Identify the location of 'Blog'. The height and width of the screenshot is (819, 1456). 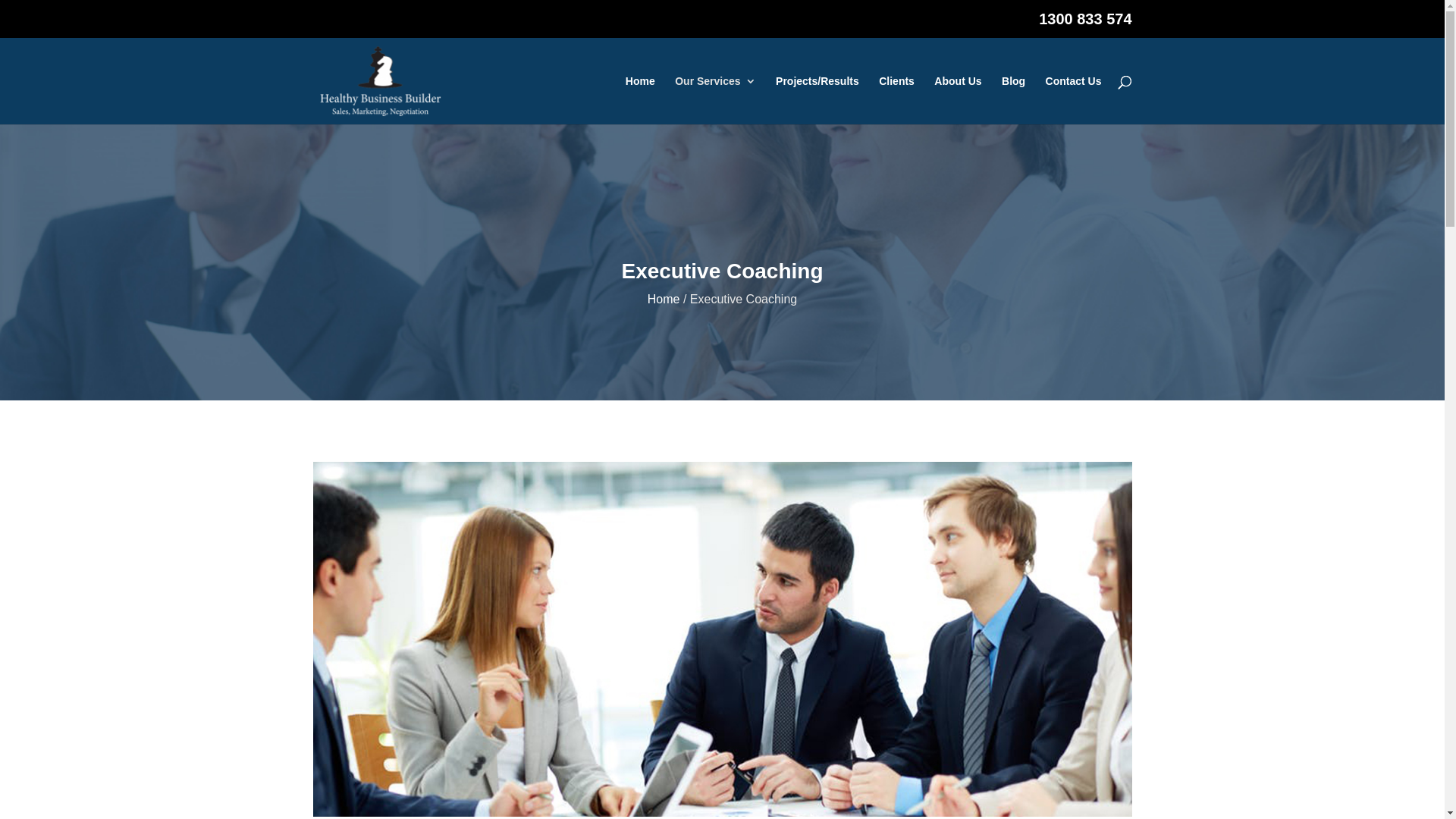
(1013, 99).